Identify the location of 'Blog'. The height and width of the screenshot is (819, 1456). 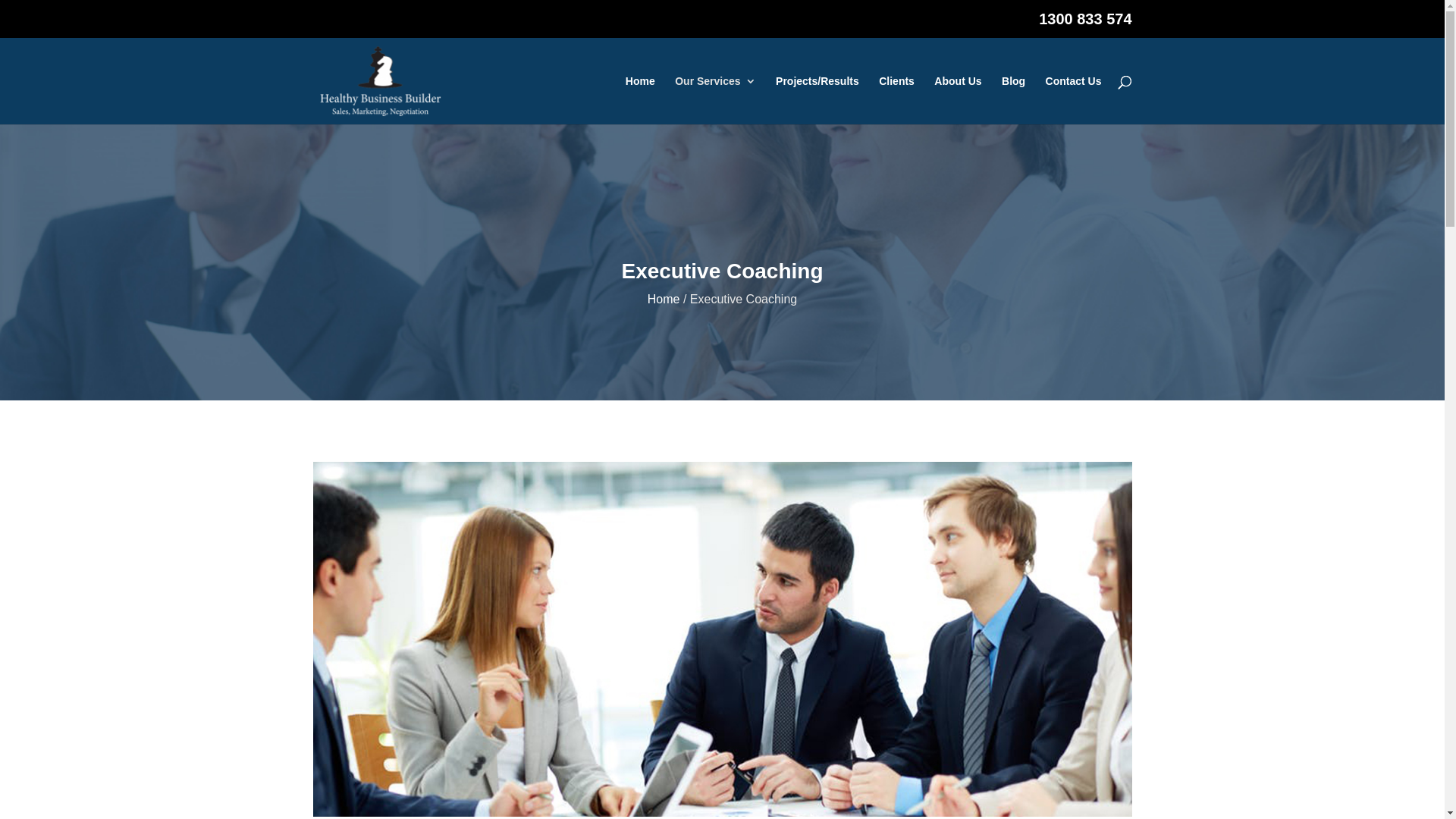
(1013, 99).